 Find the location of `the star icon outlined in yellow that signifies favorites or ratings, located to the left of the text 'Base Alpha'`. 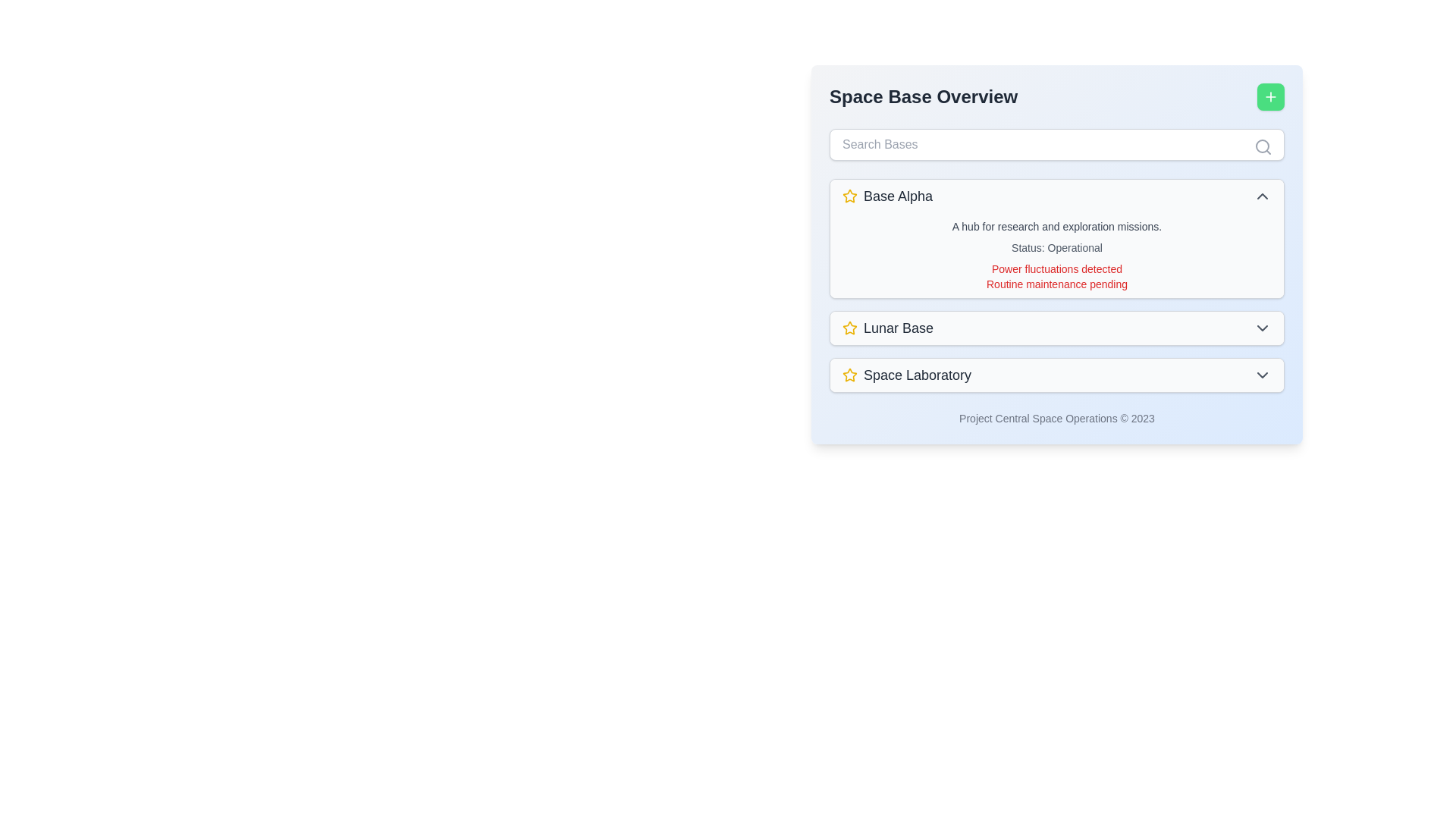

the star icon outlined in yellow that signifies favorites or ratings, located to the left of the text 'Base Alpha' is located at coordinates (850, 195).